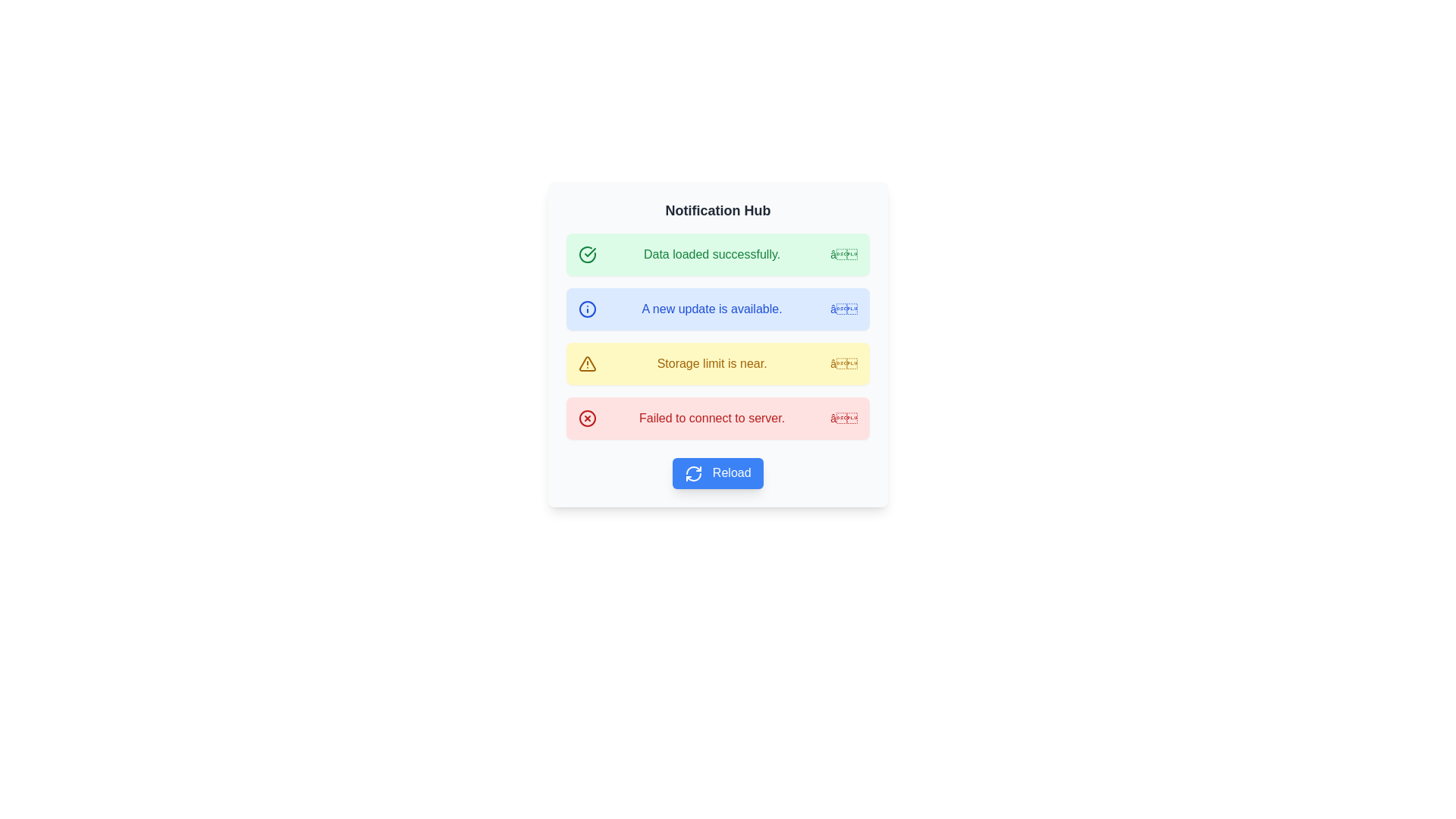  Describe the element at coordinates (843, 253) in the screenshot. I see `the dismiss button located at the far right of the green notification bar that closes the notification for 'Data loaded successfully.'` at that location.